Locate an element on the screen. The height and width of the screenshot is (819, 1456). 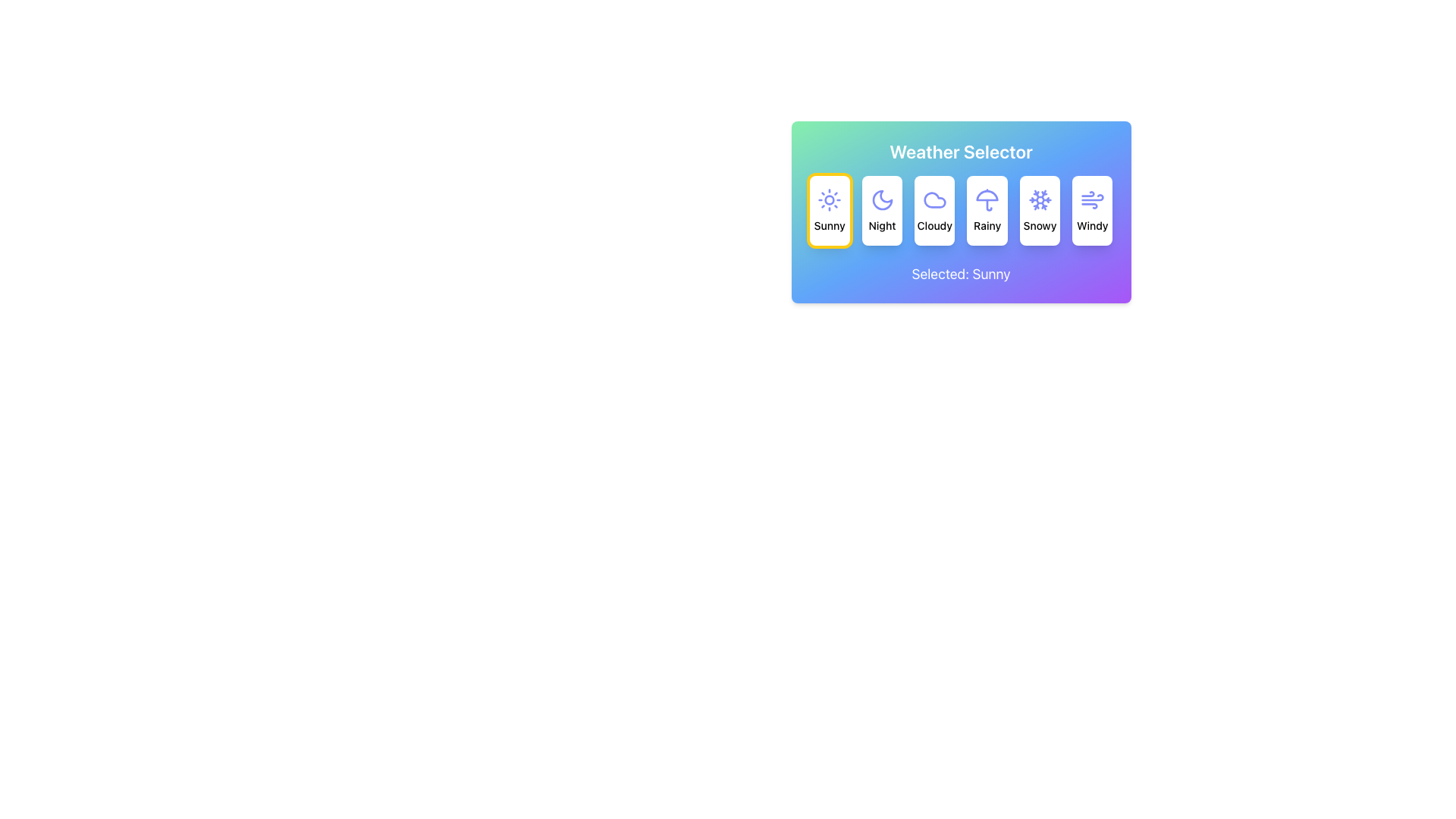
properties of the 'Windy' weather icon represented by a bluish arc and dot in the SVG graphic is located at coordinates (1088, 206).